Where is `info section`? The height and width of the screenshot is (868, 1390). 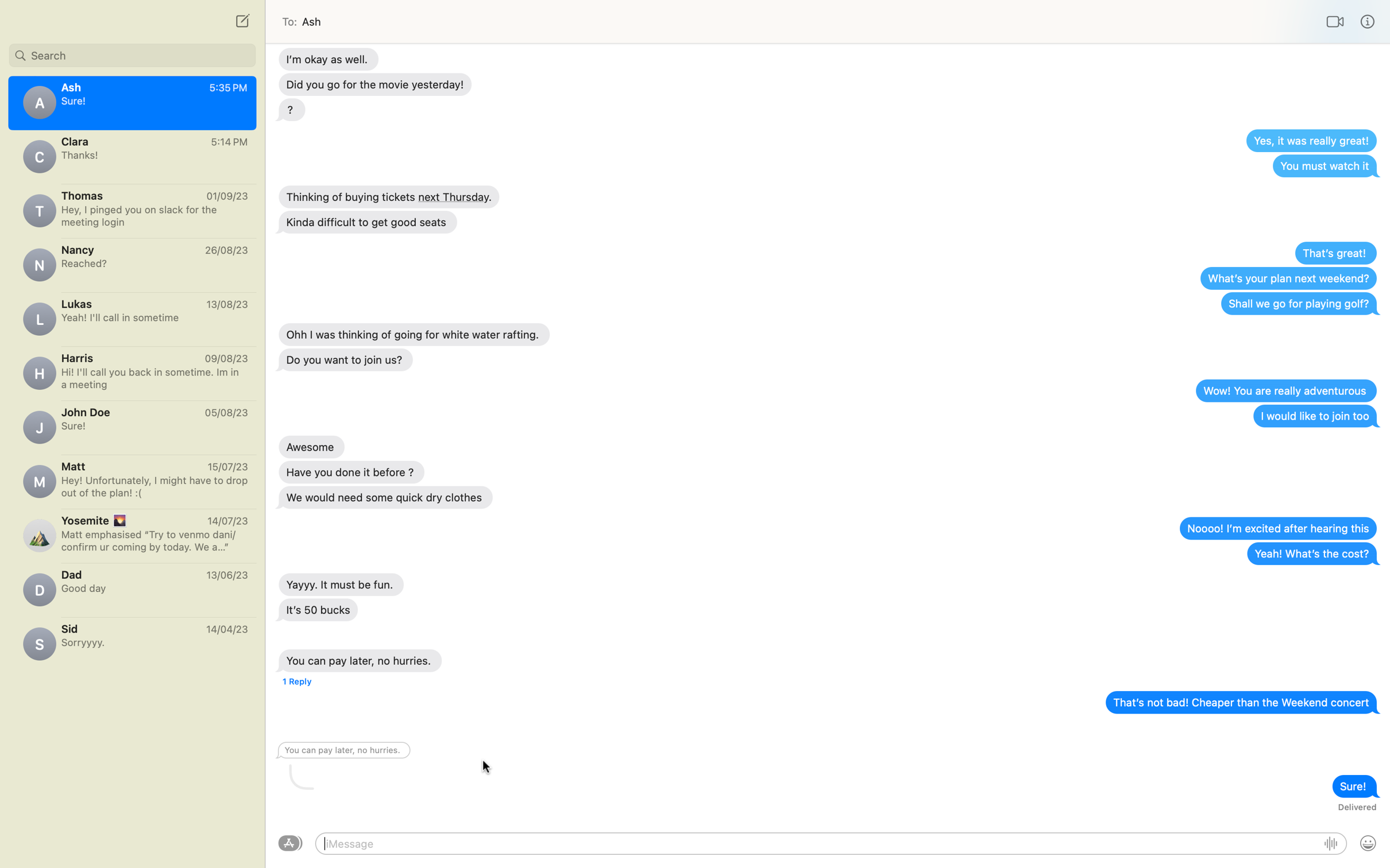 info section is located at coordinates (1368, 21).